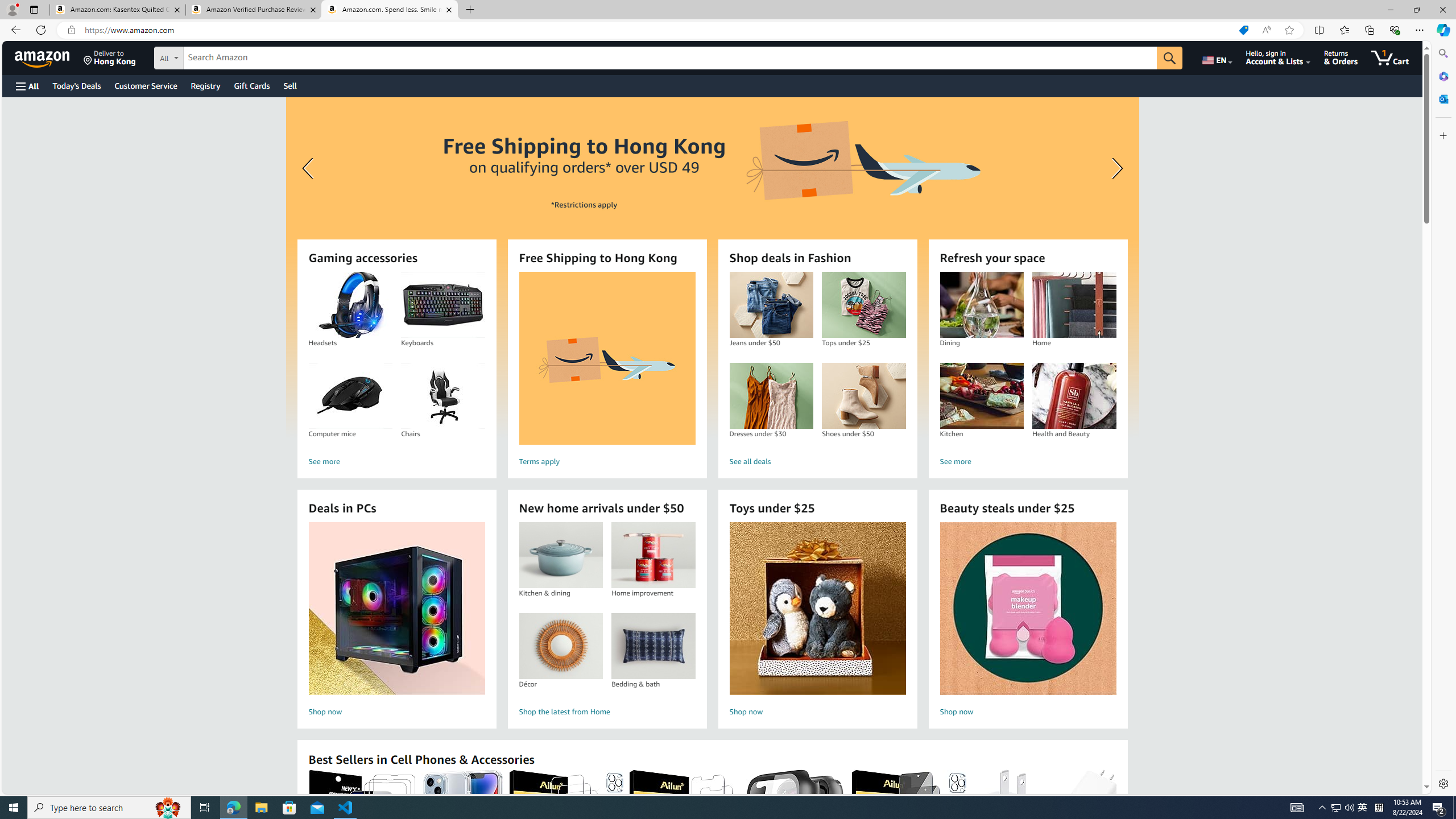  What do you see at coordinates (390, 9) in the screenshot?
I see `'Amazon.com. Spend less. Smile more.'` at bounding box center [390, 9].